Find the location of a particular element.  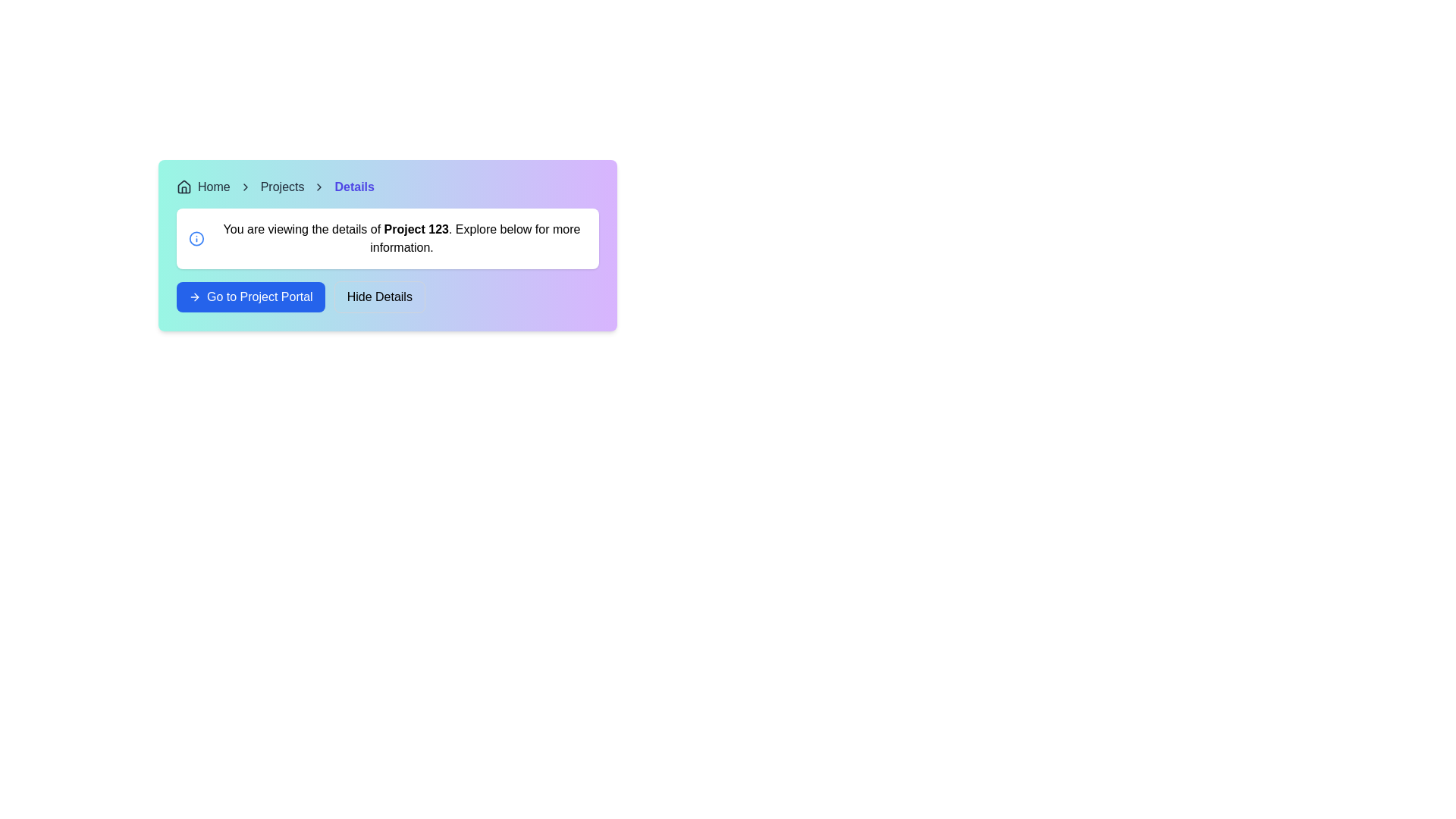

the 'Home' label in the breadcrumb navigation, which is positioned immediately to the right of the house icon is located at coordinates (213, 186).